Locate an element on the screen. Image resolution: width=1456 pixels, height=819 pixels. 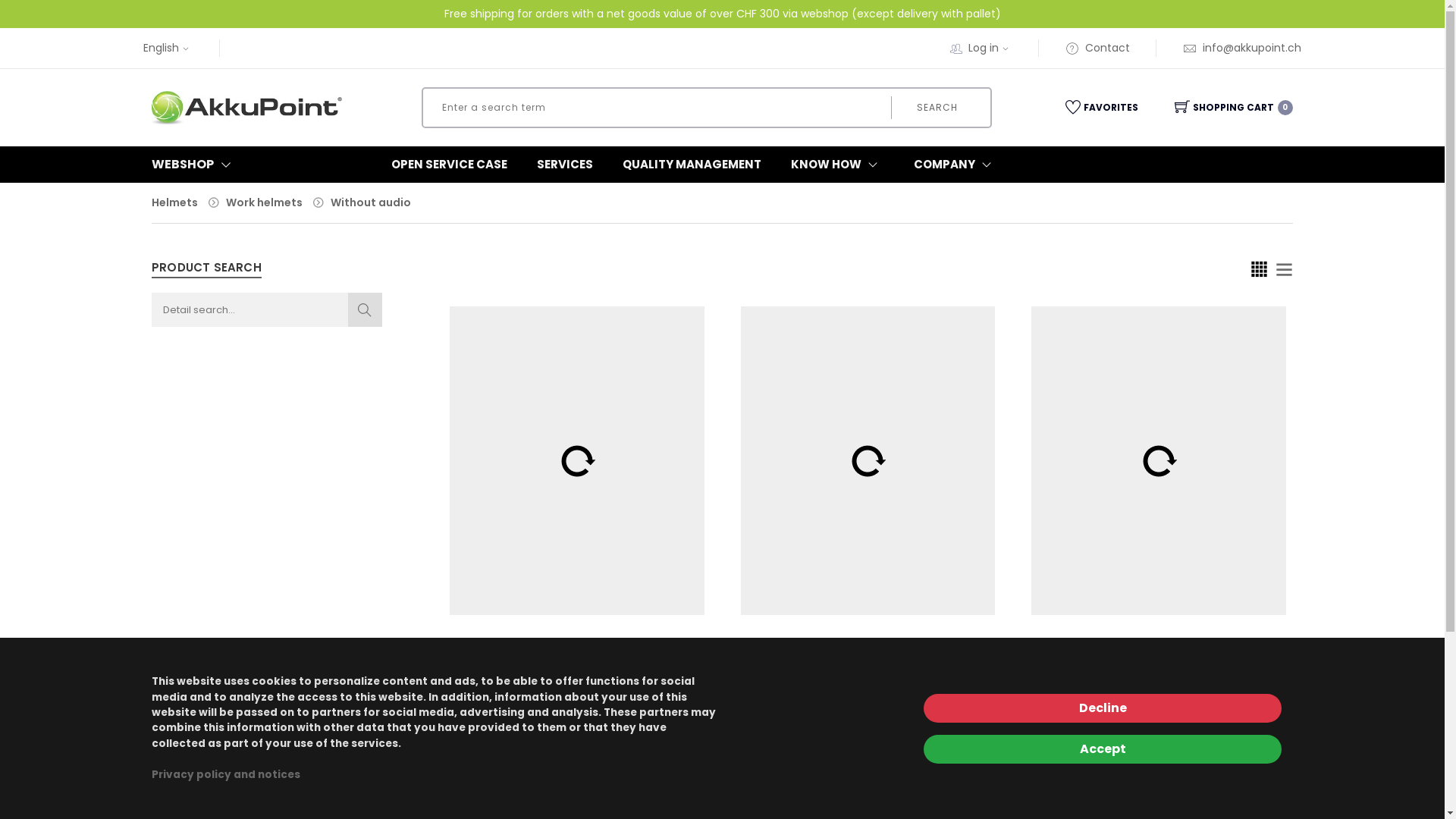
'Work helmets' is located at coordinates (264, 201).